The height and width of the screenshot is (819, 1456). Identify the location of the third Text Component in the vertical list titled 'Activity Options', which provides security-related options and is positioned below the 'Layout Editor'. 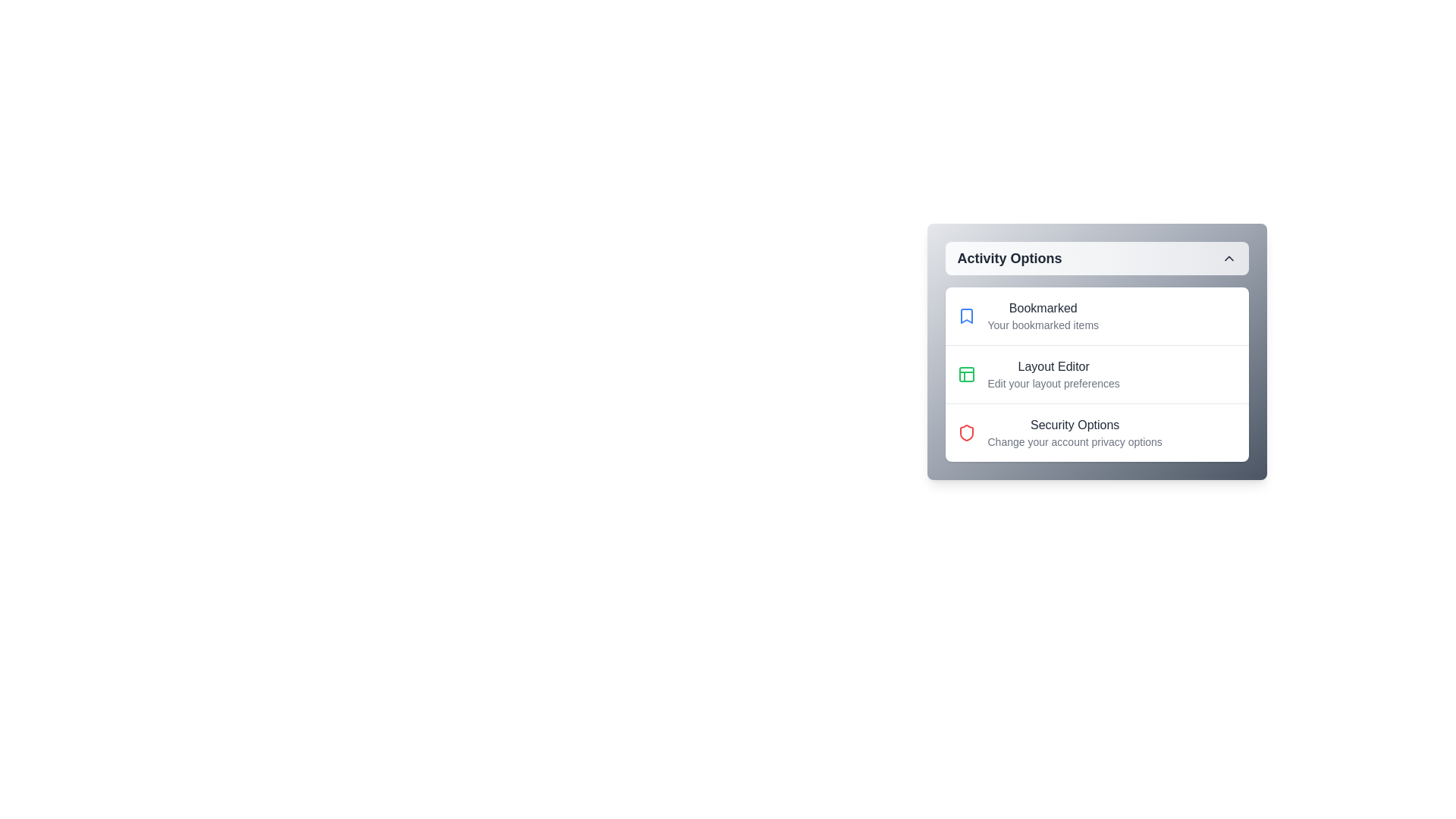
(1074, 432).